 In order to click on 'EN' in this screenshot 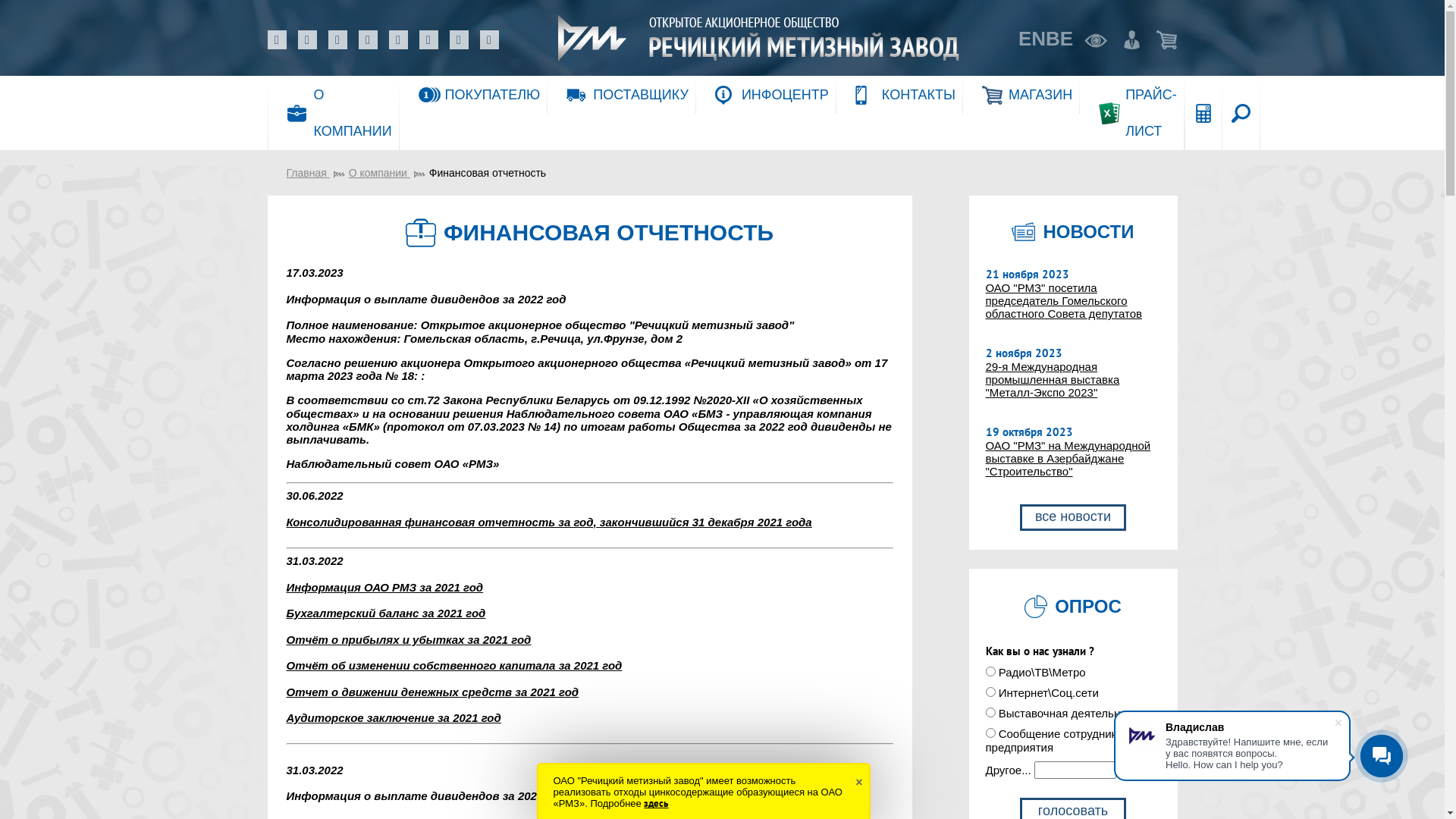, I will do `click(1031, 38)`.